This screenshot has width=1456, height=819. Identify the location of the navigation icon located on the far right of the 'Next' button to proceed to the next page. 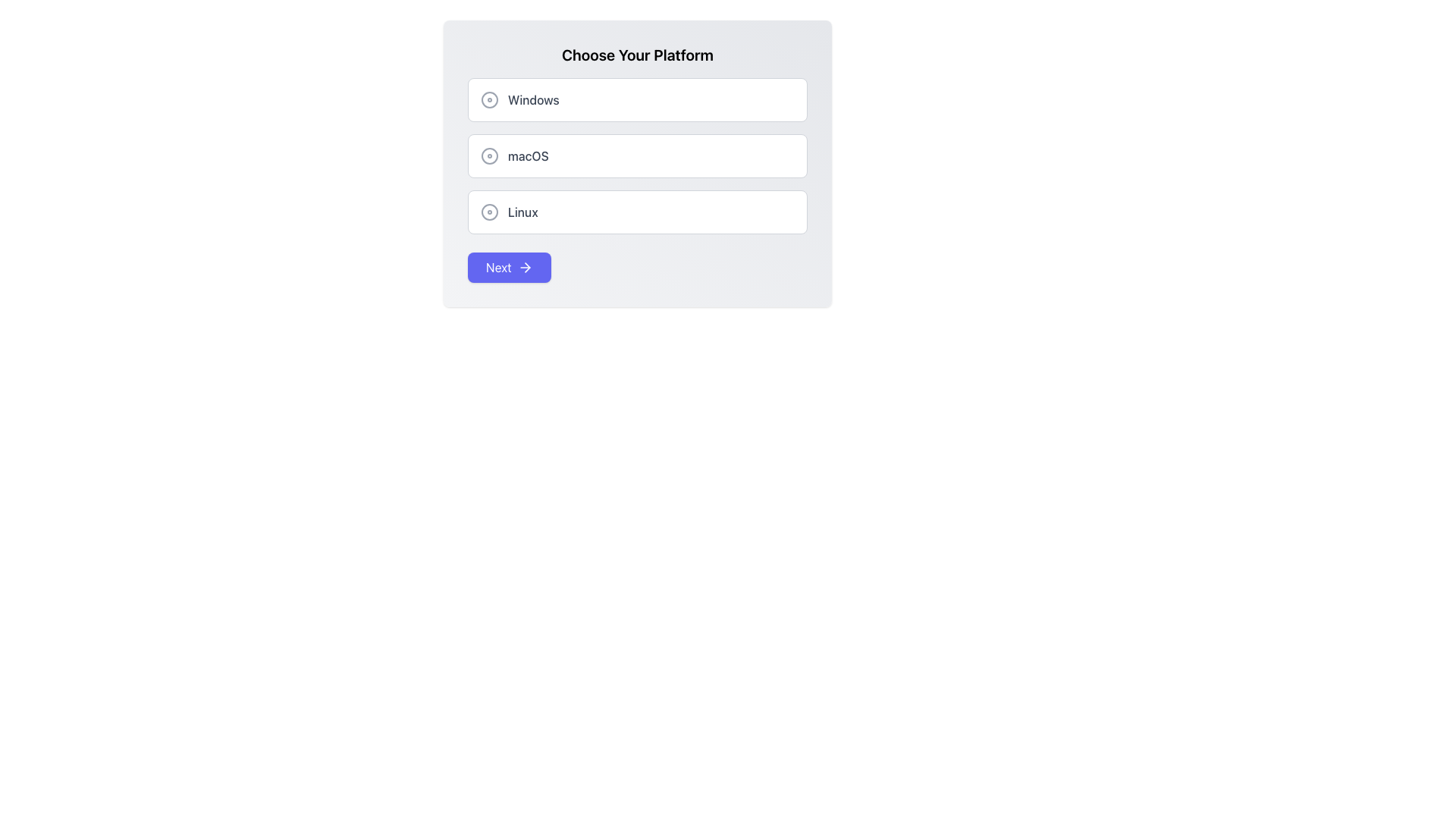
(525, 267).